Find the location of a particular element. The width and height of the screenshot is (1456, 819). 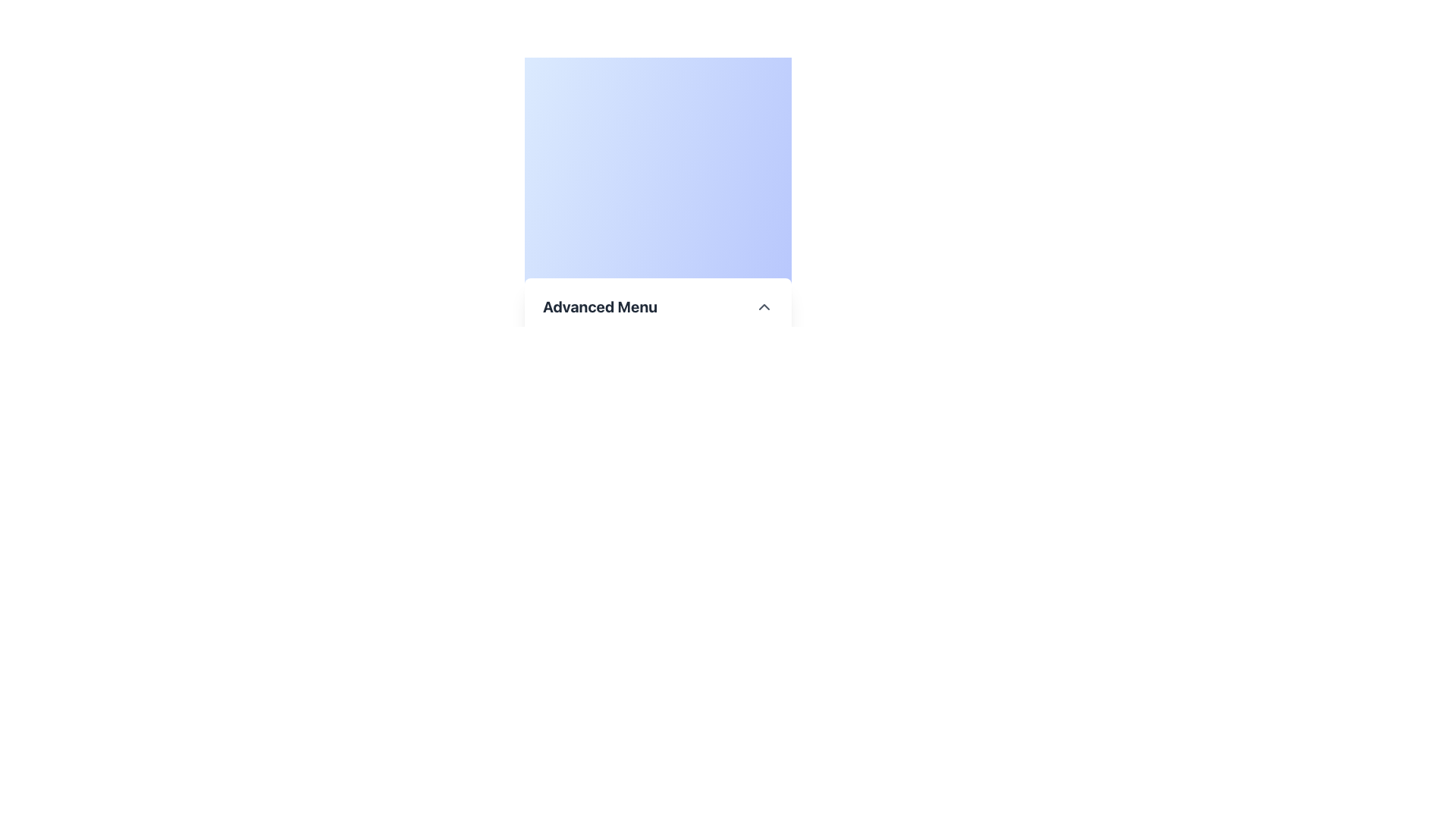

the upward-pointing chevron icon located at the right end of the 'Advanced Menu' section is located at coordinates (764, 306).